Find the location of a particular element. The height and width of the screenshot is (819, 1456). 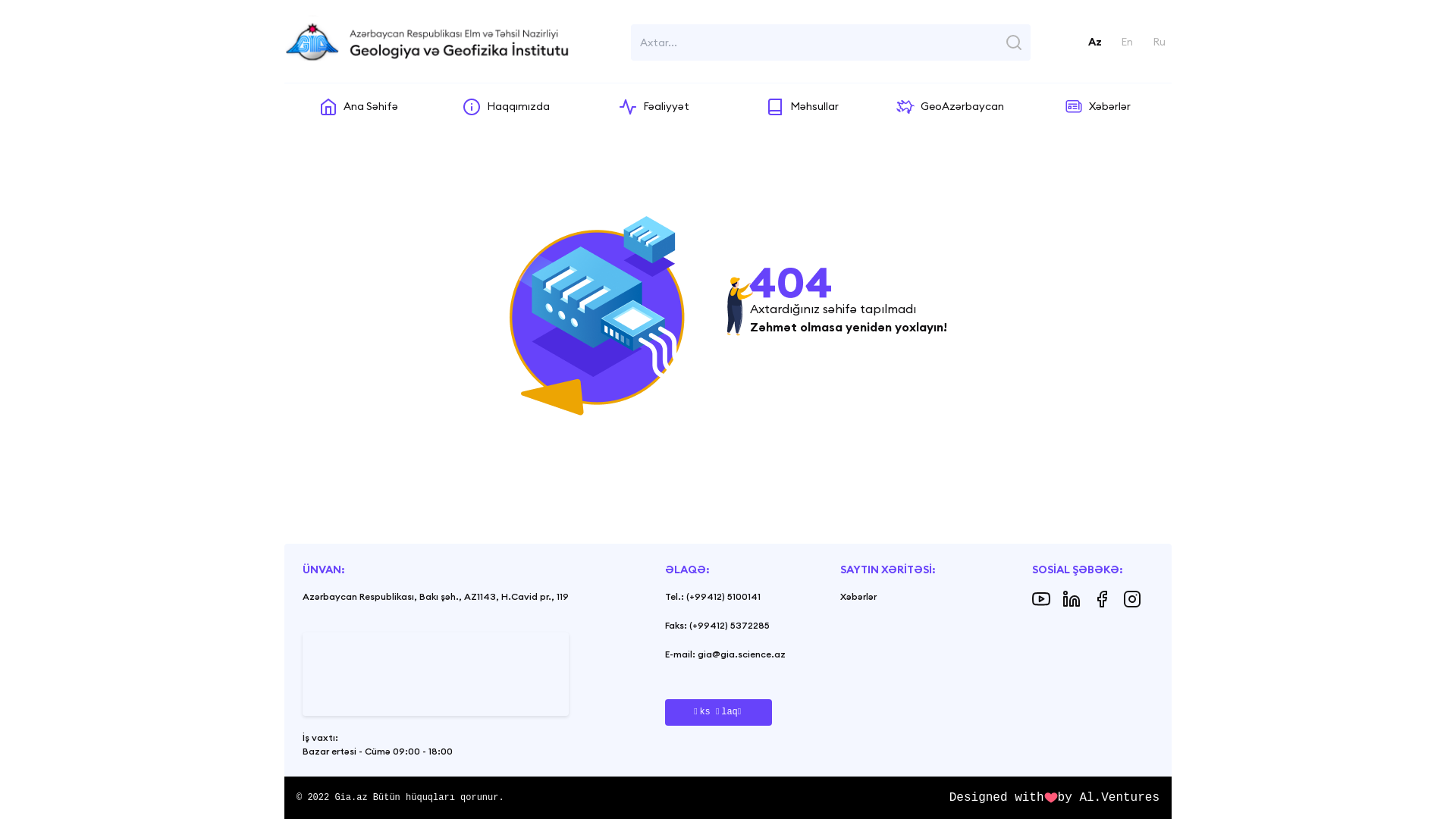

'Az' is located at coordinates (1087, 41).